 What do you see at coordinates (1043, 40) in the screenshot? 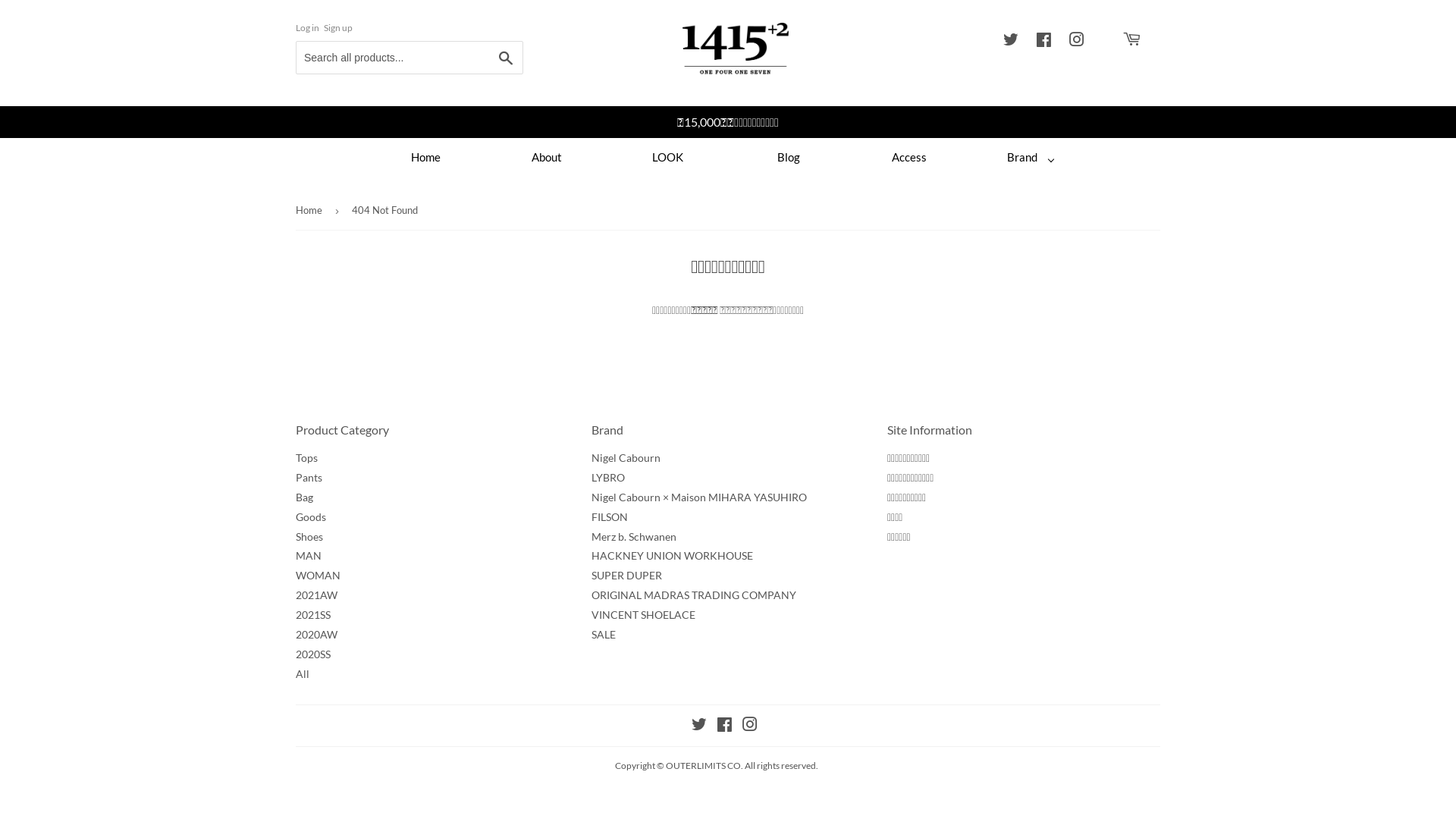
I see `'Facebook'` at bounding box center [1043, 40].